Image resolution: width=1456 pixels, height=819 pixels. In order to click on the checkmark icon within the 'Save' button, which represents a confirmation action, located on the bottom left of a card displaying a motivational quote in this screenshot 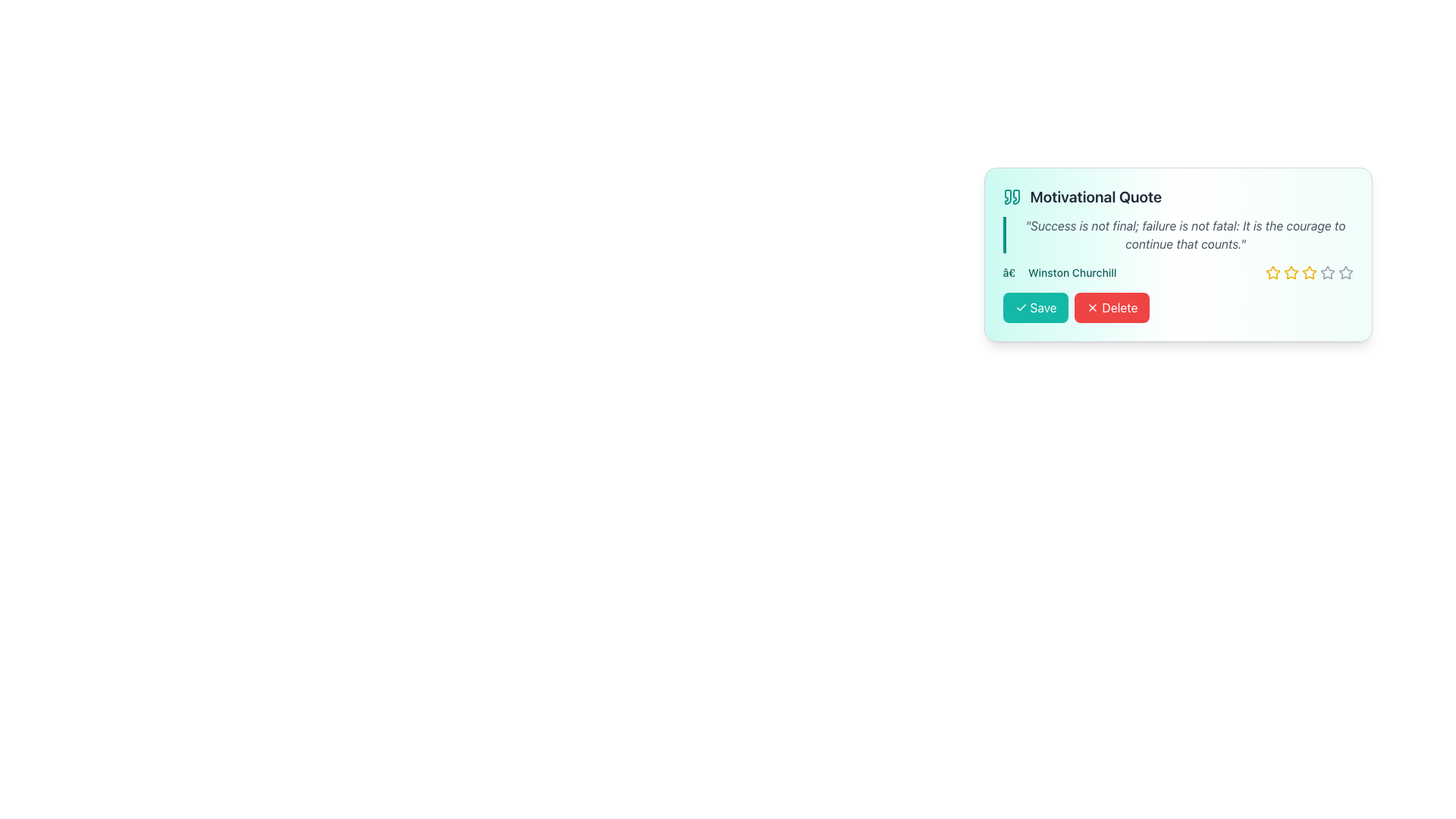, I will do `click(1021, 307)`.